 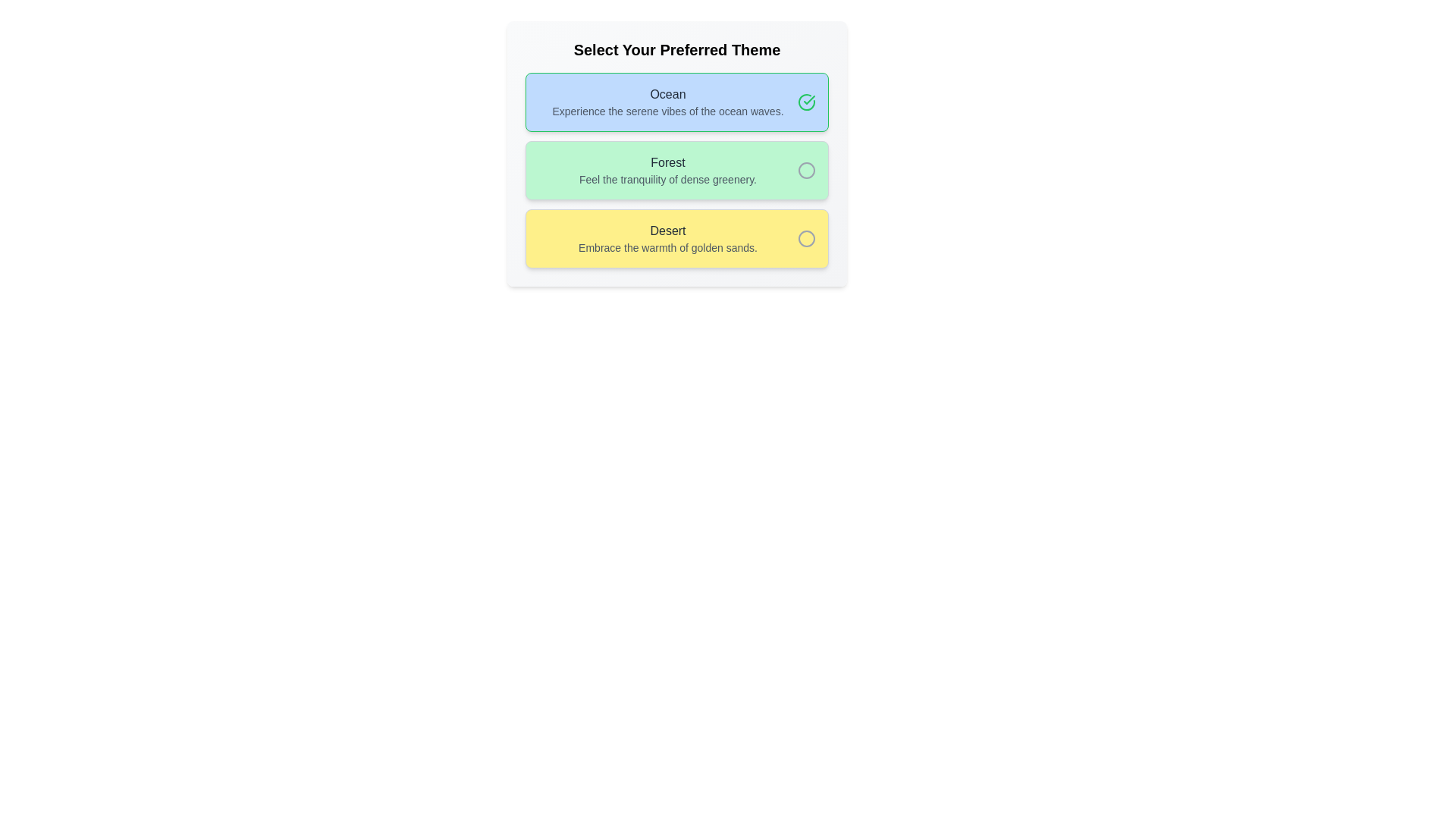 I want to click on the 'Forest' theme label, the second selectable theme option in a vertically stacked list, located between 'Ocean' and 'Desert', so click(x=667, y=163).